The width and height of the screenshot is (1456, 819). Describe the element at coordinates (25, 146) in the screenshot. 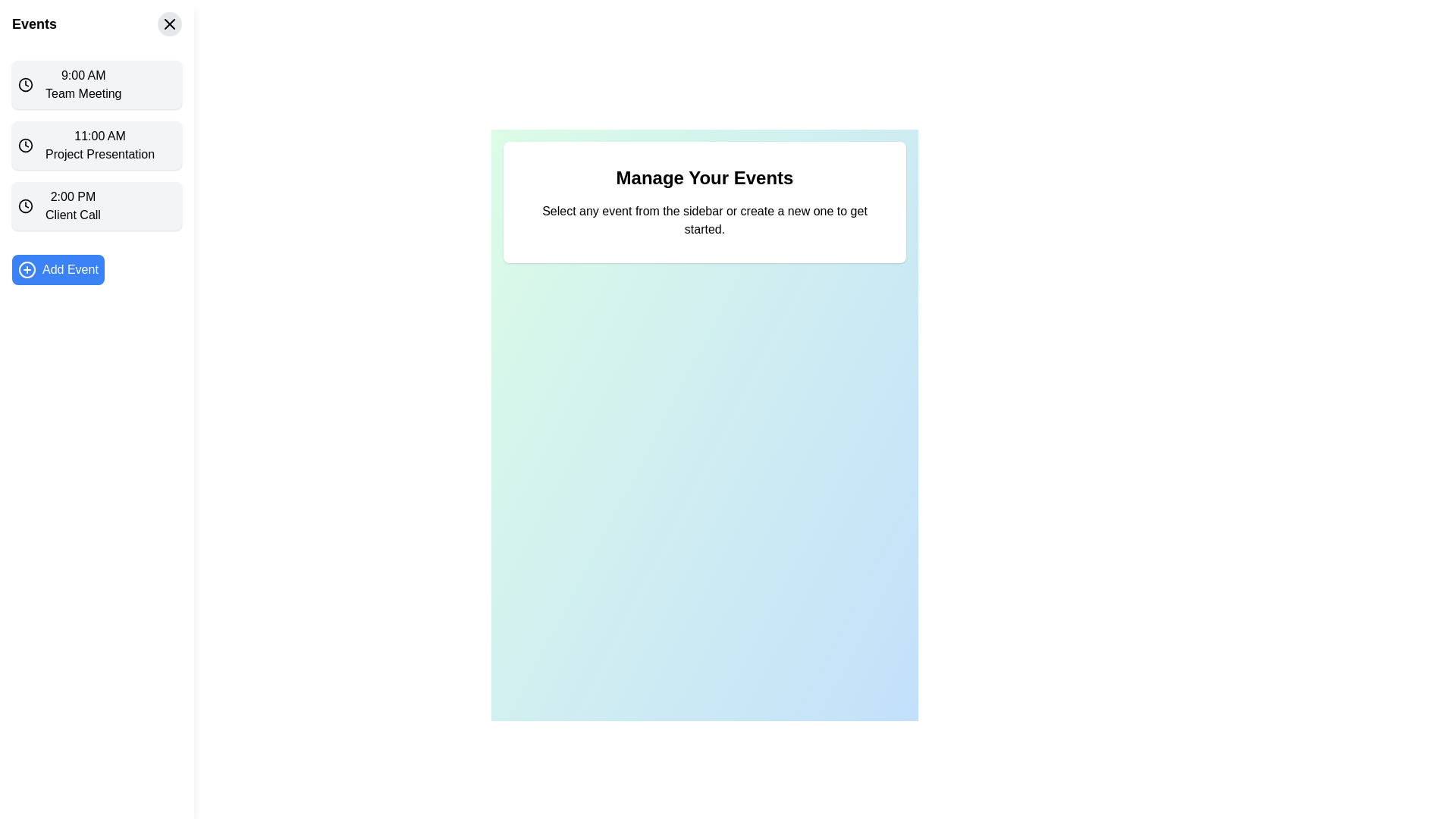

I see `the time icon indicating '11:00 AM Project Presentation' located at the top-left corner of the sidebar, adjacent to the '11:00 AM' text` at that location.